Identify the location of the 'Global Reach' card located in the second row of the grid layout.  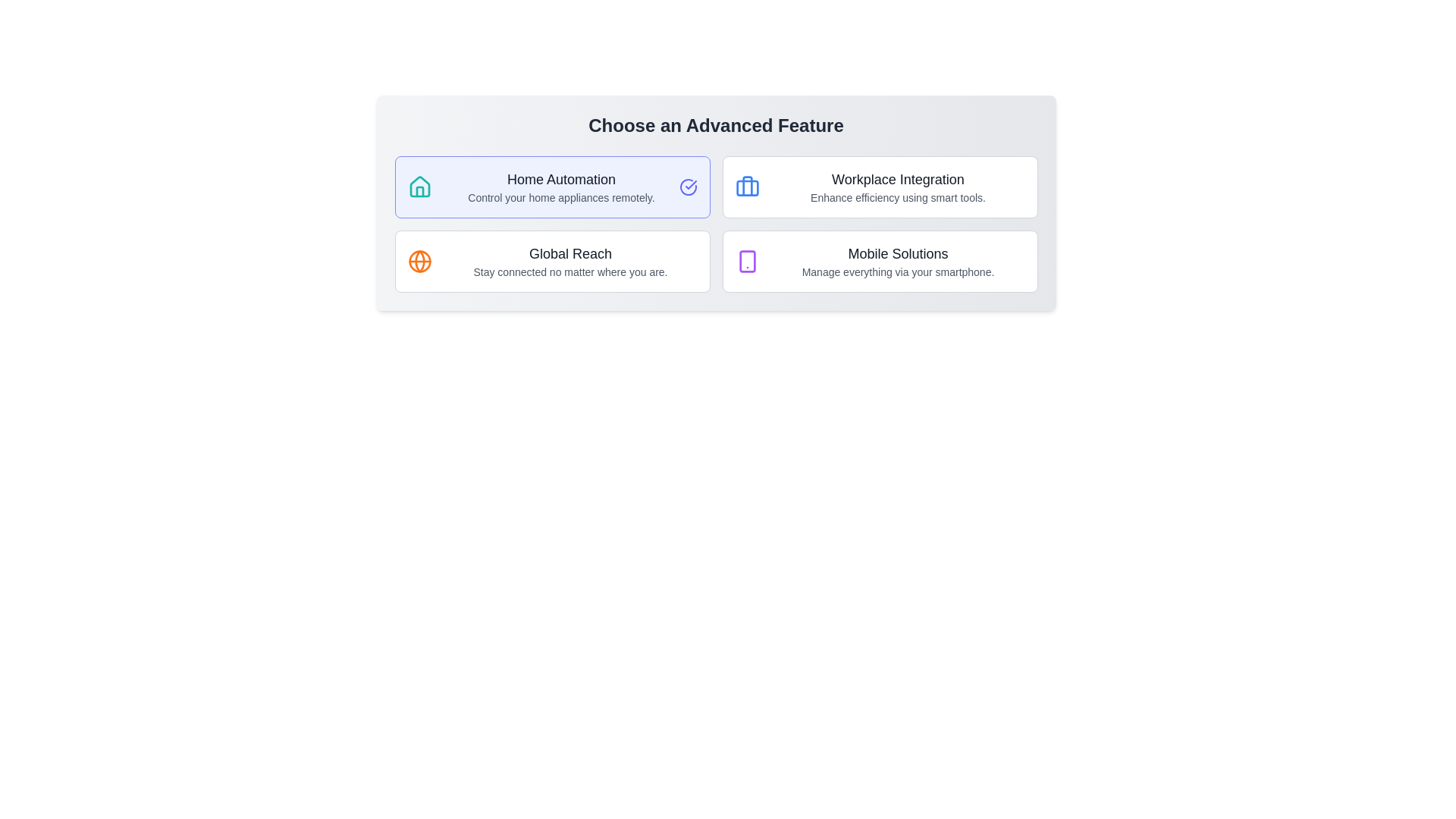
(551, 260).